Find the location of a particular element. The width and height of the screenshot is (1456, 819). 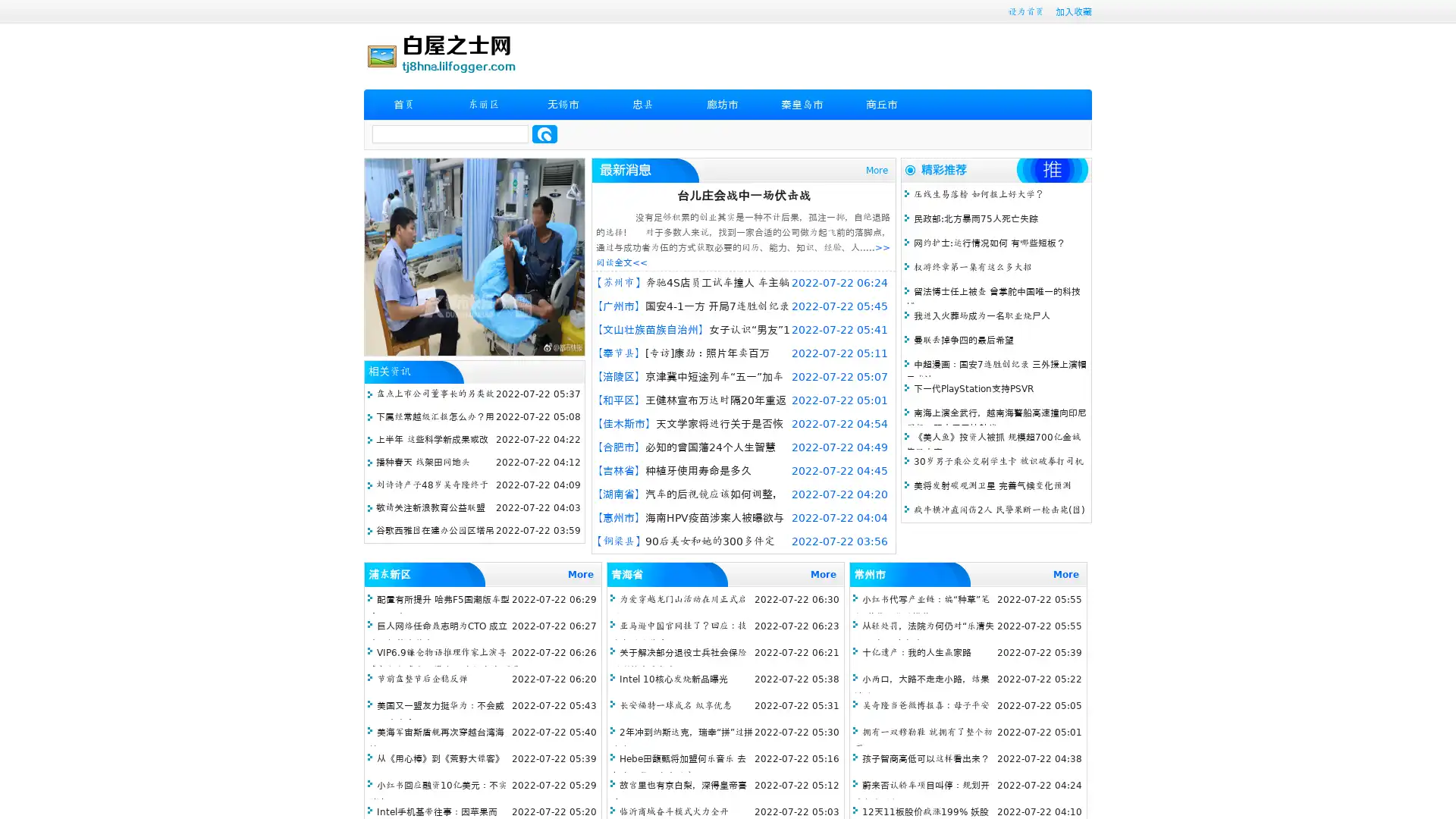

Search is located at coordinates (544, 133).